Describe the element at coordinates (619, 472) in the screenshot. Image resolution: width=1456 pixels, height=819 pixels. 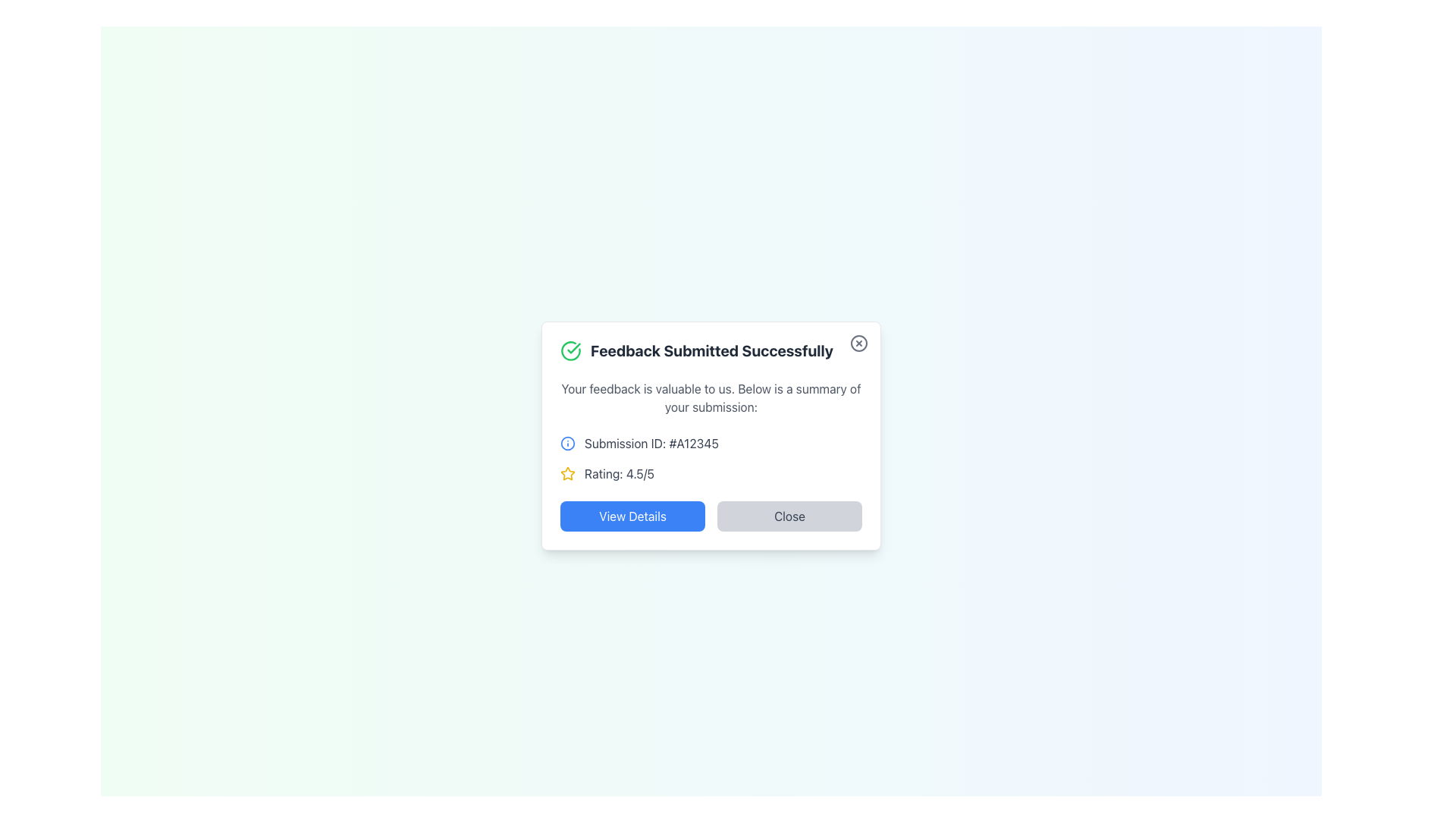
I see `the text label that displays the rating, located to the right of the yellow star icon in the feedback summary dialog` at that location.